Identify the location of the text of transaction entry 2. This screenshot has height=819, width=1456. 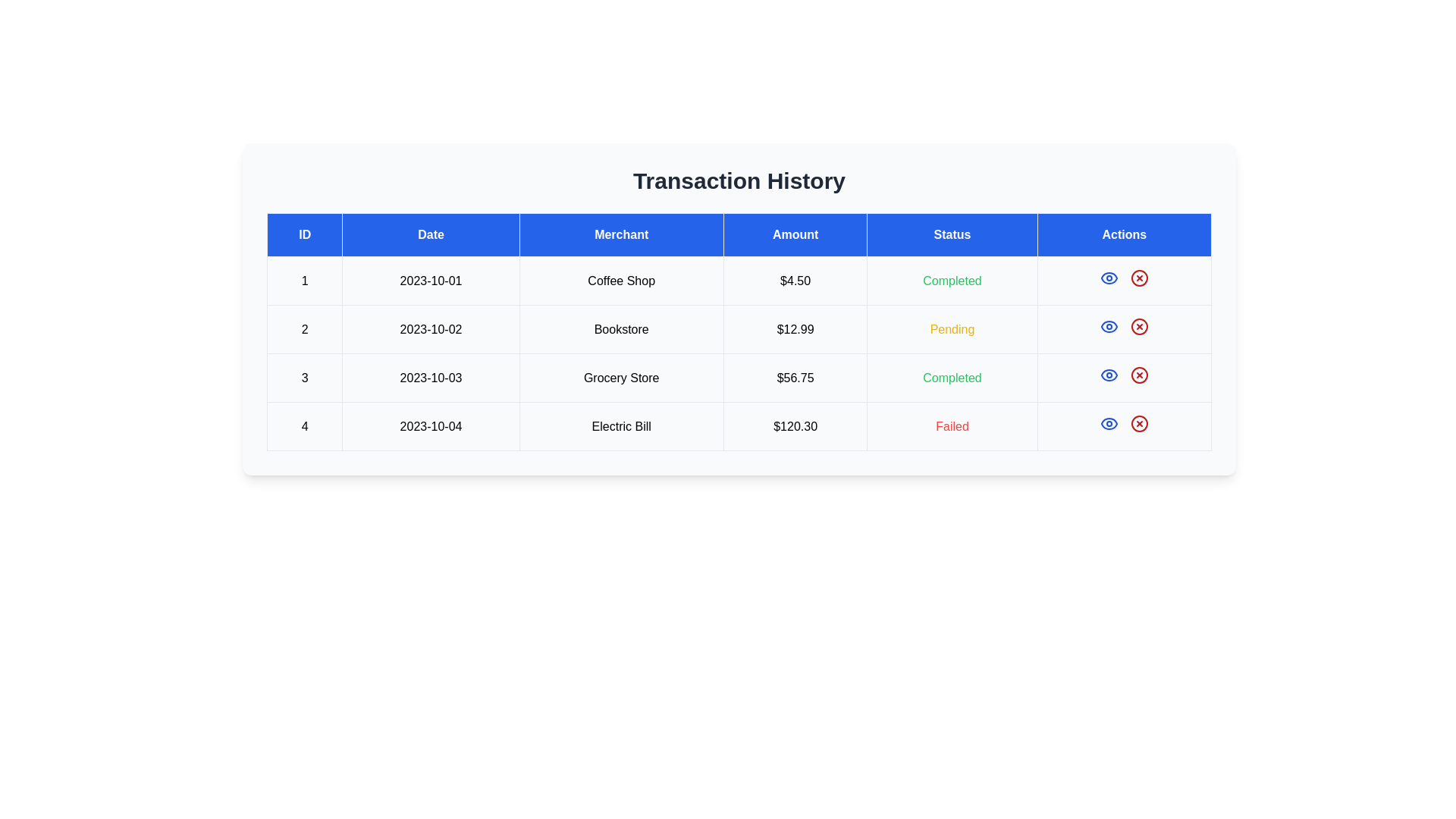
(739, 328).